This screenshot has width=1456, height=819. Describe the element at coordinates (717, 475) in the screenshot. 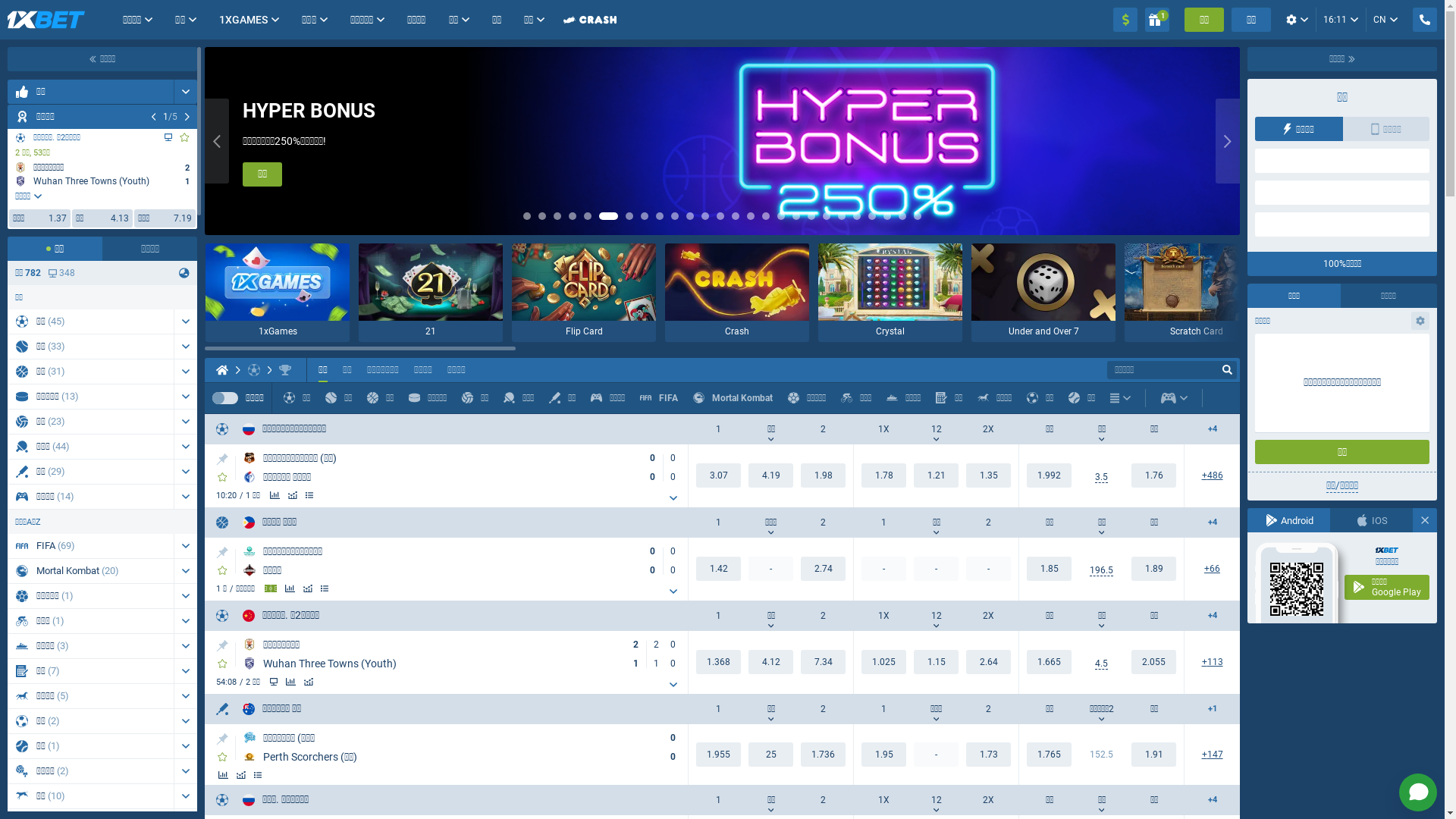

I see `'3.07'` at that location.